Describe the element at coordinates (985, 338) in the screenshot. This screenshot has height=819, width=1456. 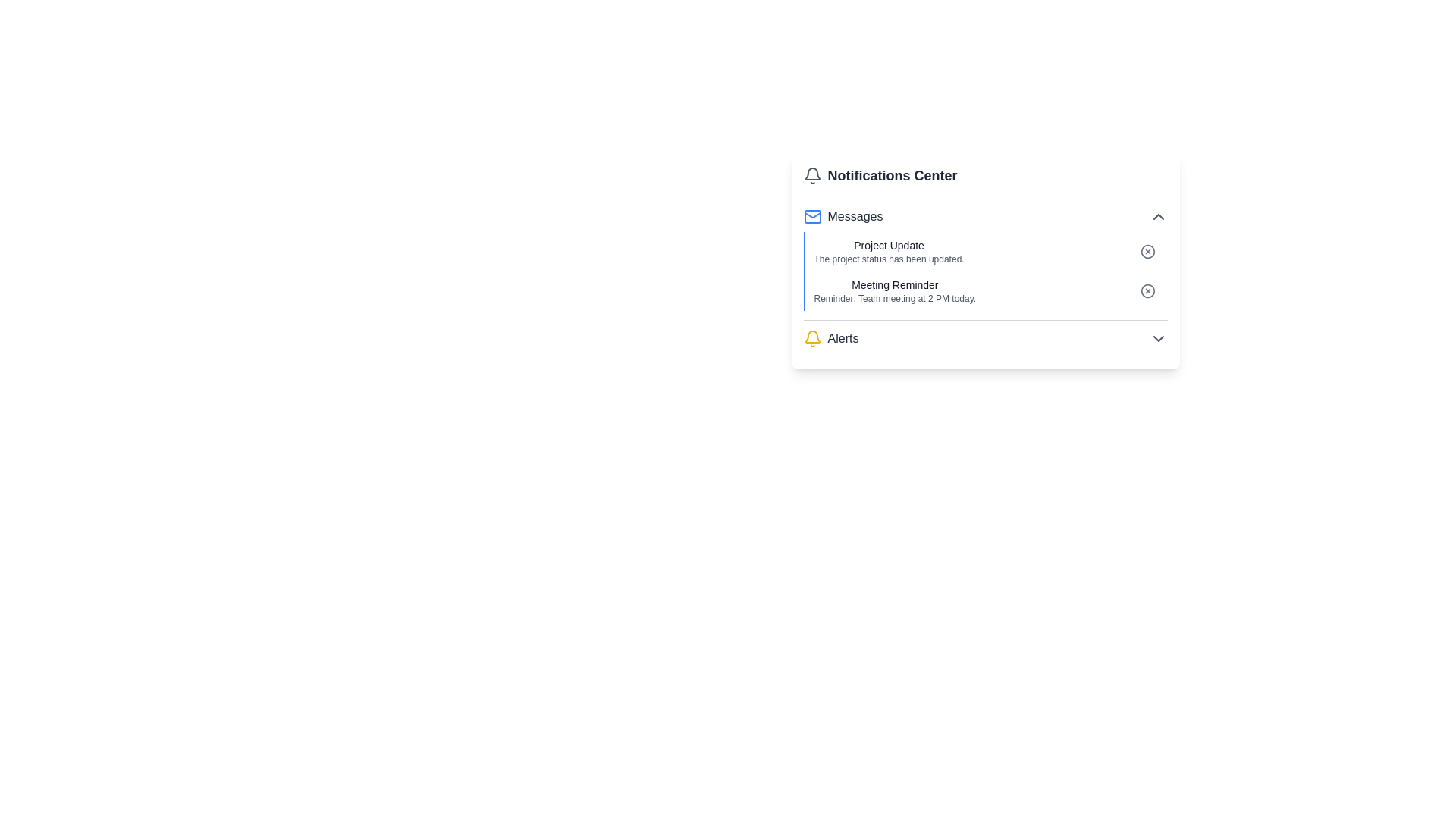
I see `the Expandable button located at the bottom of the notification card` at that location.